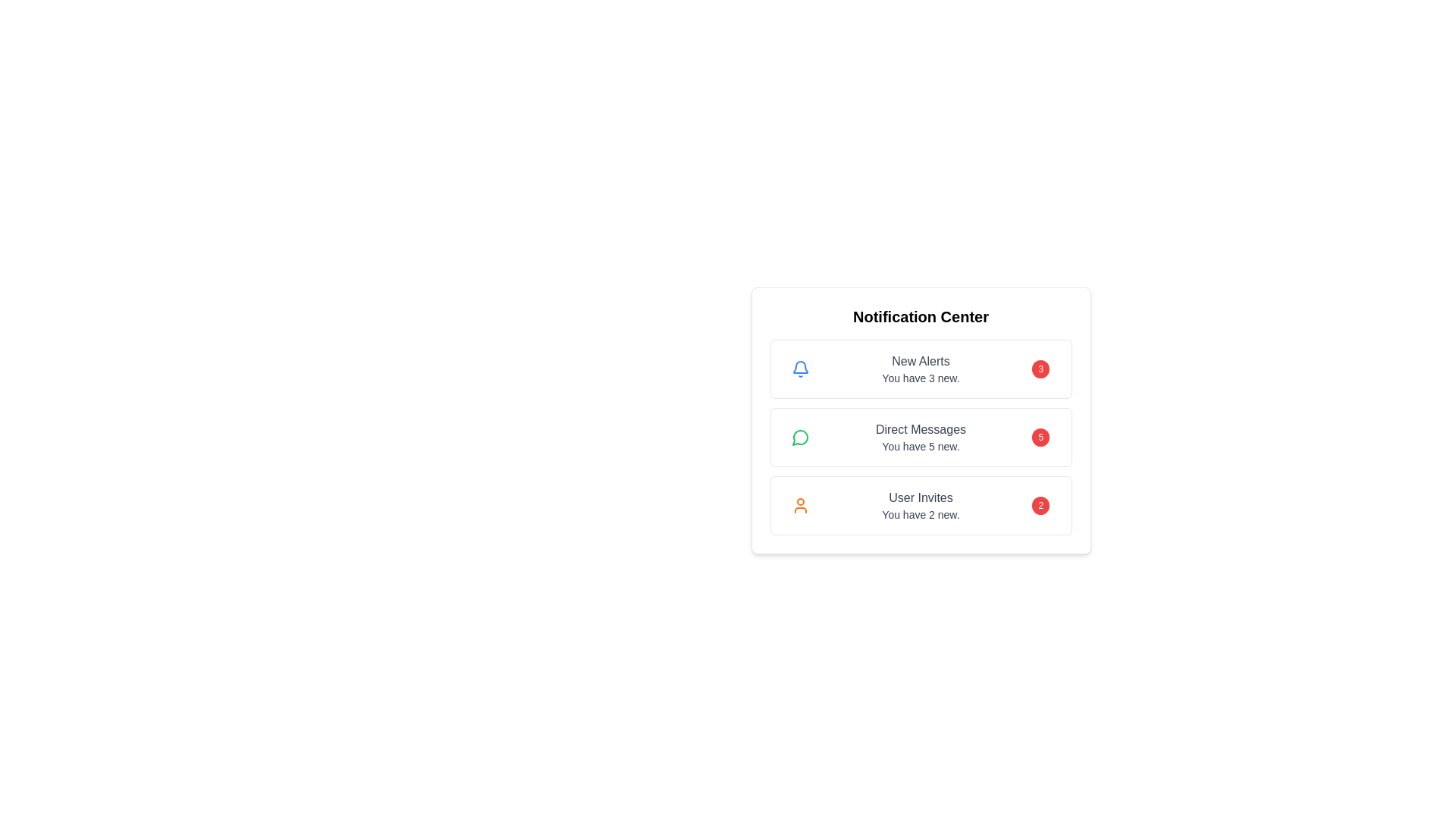 This screenshot has height=819, width=1456. I want to click on the text display containing the string 'You have 3 new.' which is located below the 'New Alerts' heading within the first notification card in the 'Notification Center' section, so click(920, 377).